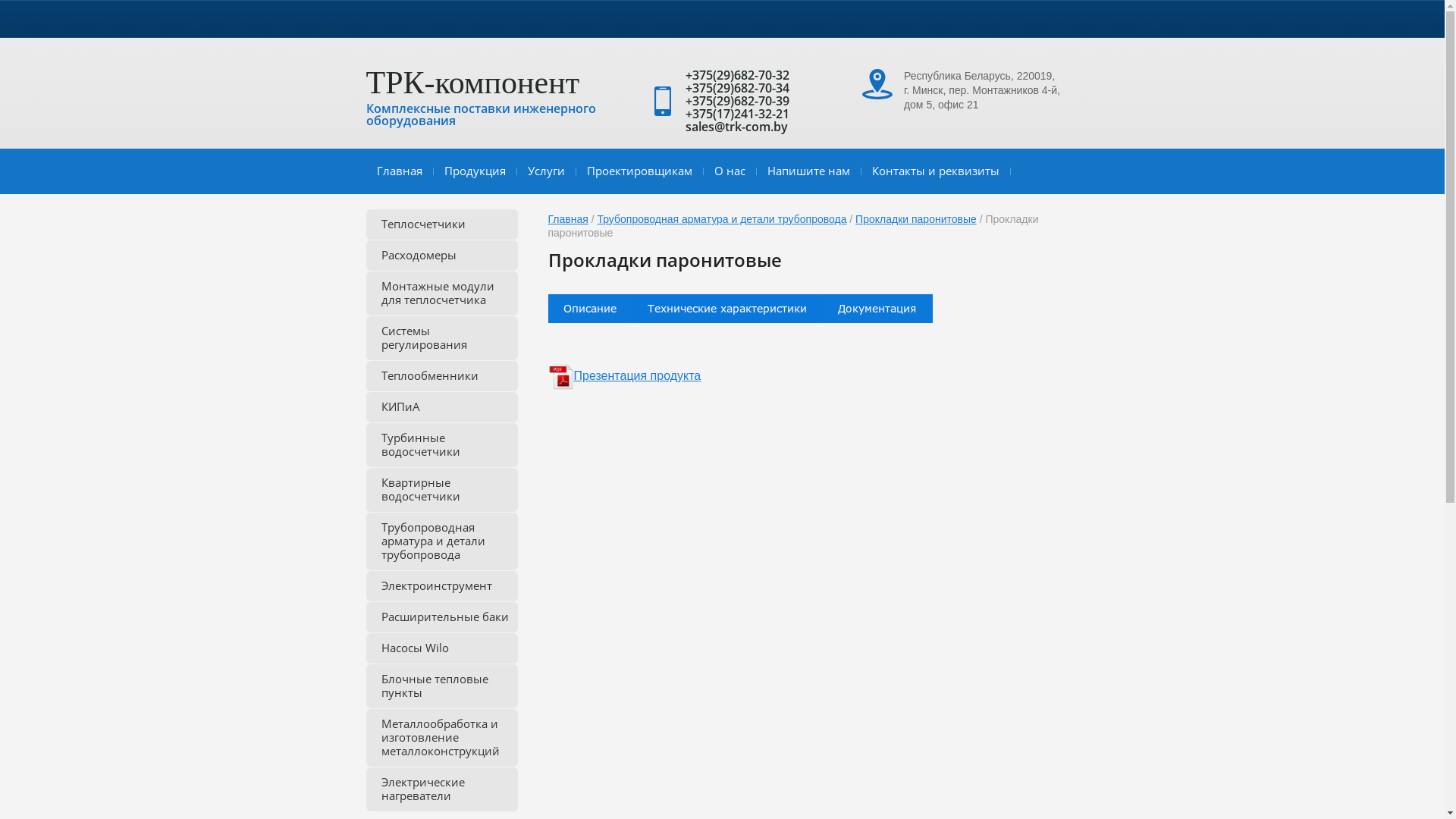  What do you see at coordinates (684, 125) in the screenshot?
I see `'sales@trk-com.by'` at bounding box center [684, 125].